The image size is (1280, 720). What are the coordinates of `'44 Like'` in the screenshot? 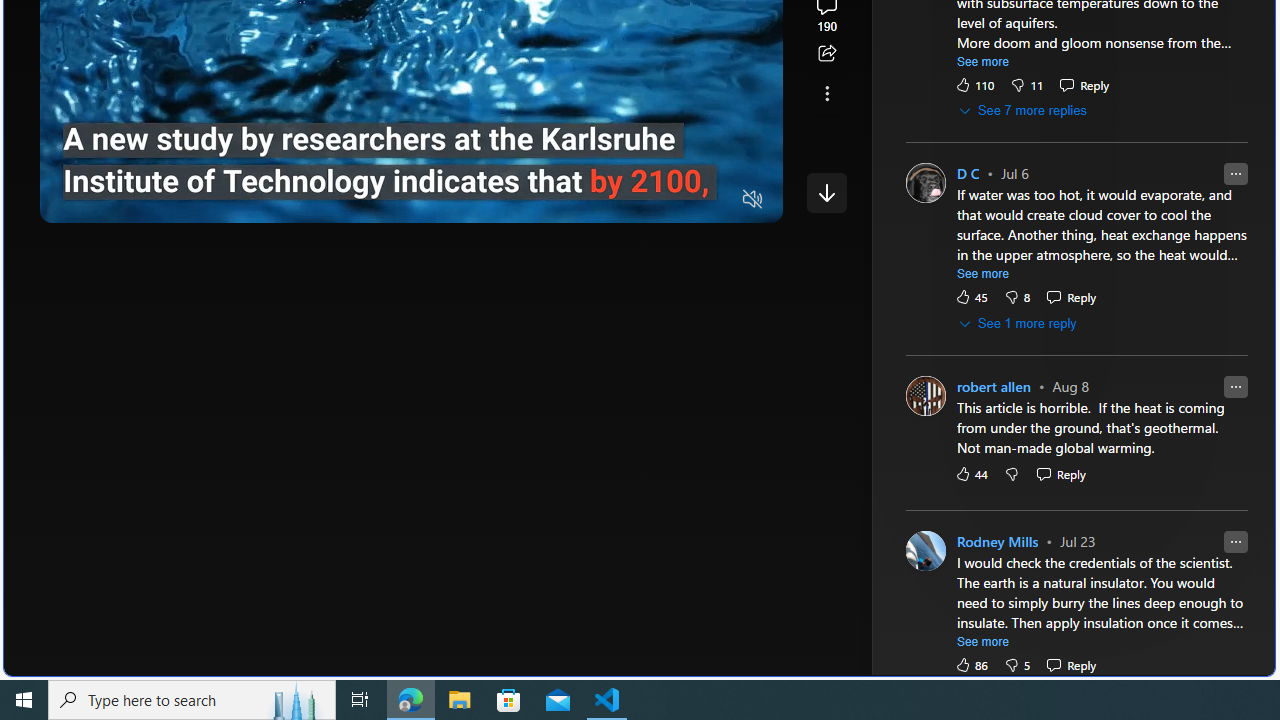 It's located at (970, 473).